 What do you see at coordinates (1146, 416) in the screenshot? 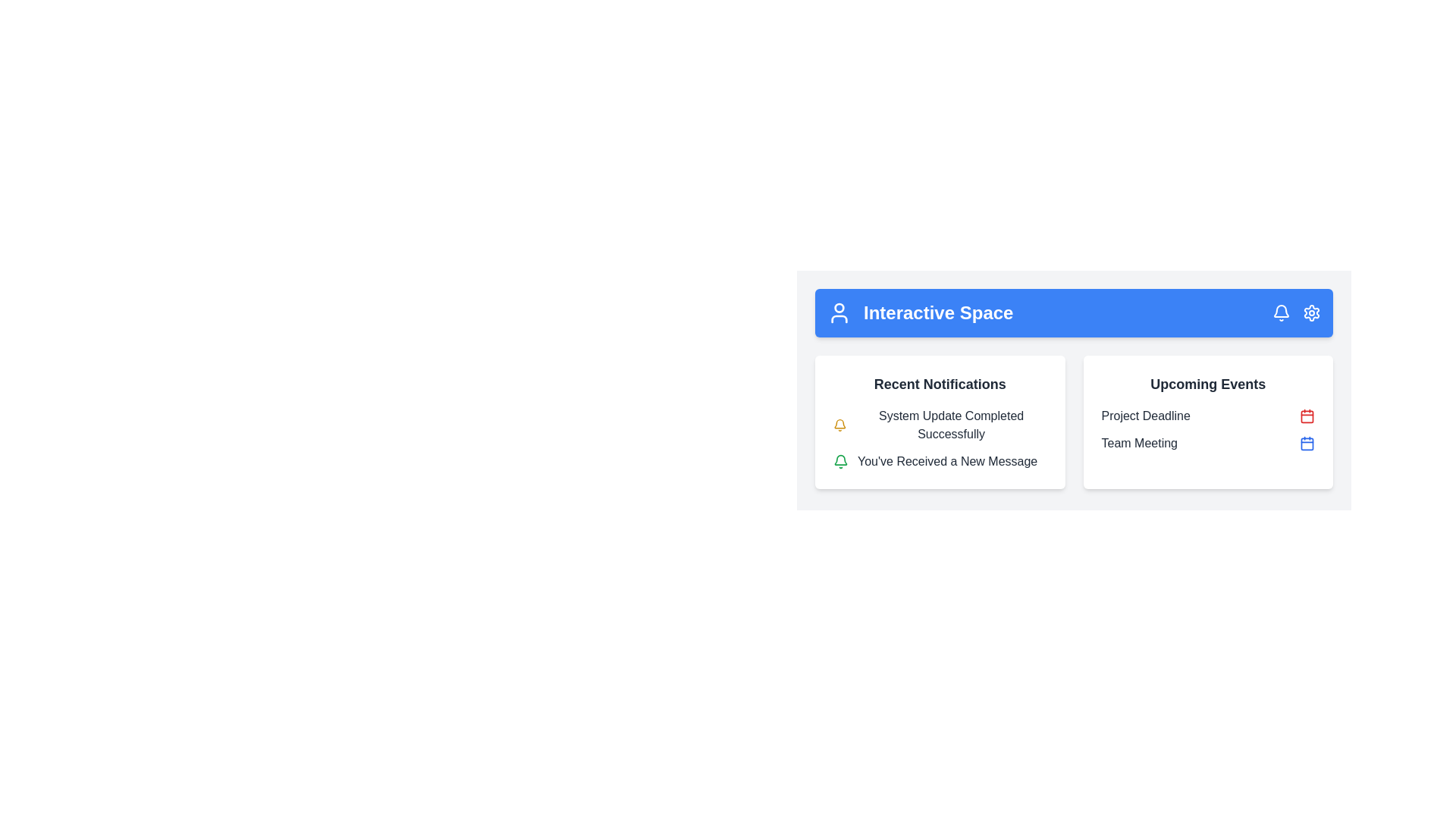
I see `the text label 'Project Deadline', which identifies the associated content or event in the upcoming events list` at bounding box center [1146, 416].